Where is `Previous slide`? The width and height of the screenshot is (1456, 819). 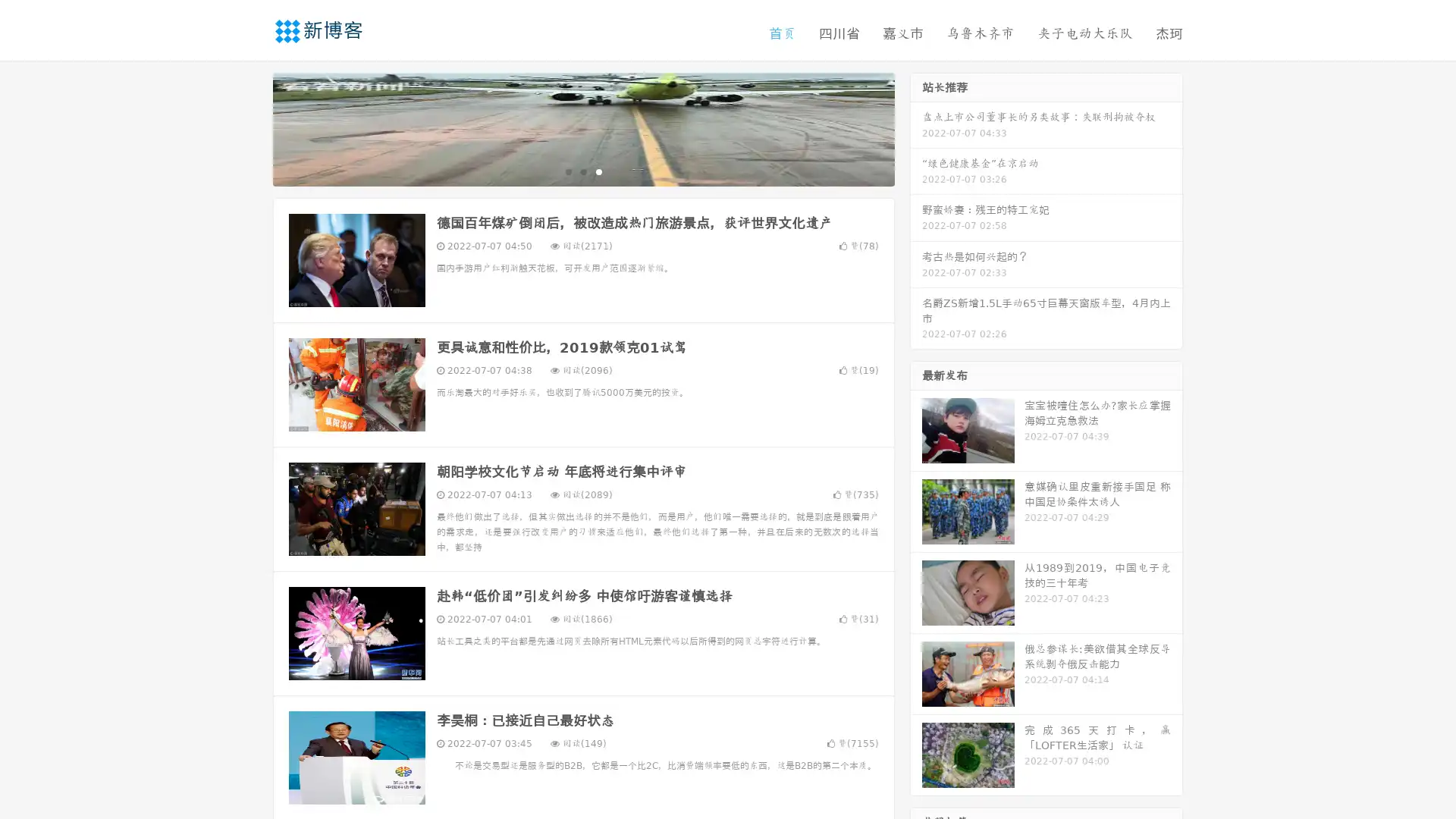 Previous slide is located at coordinates (250, 127).